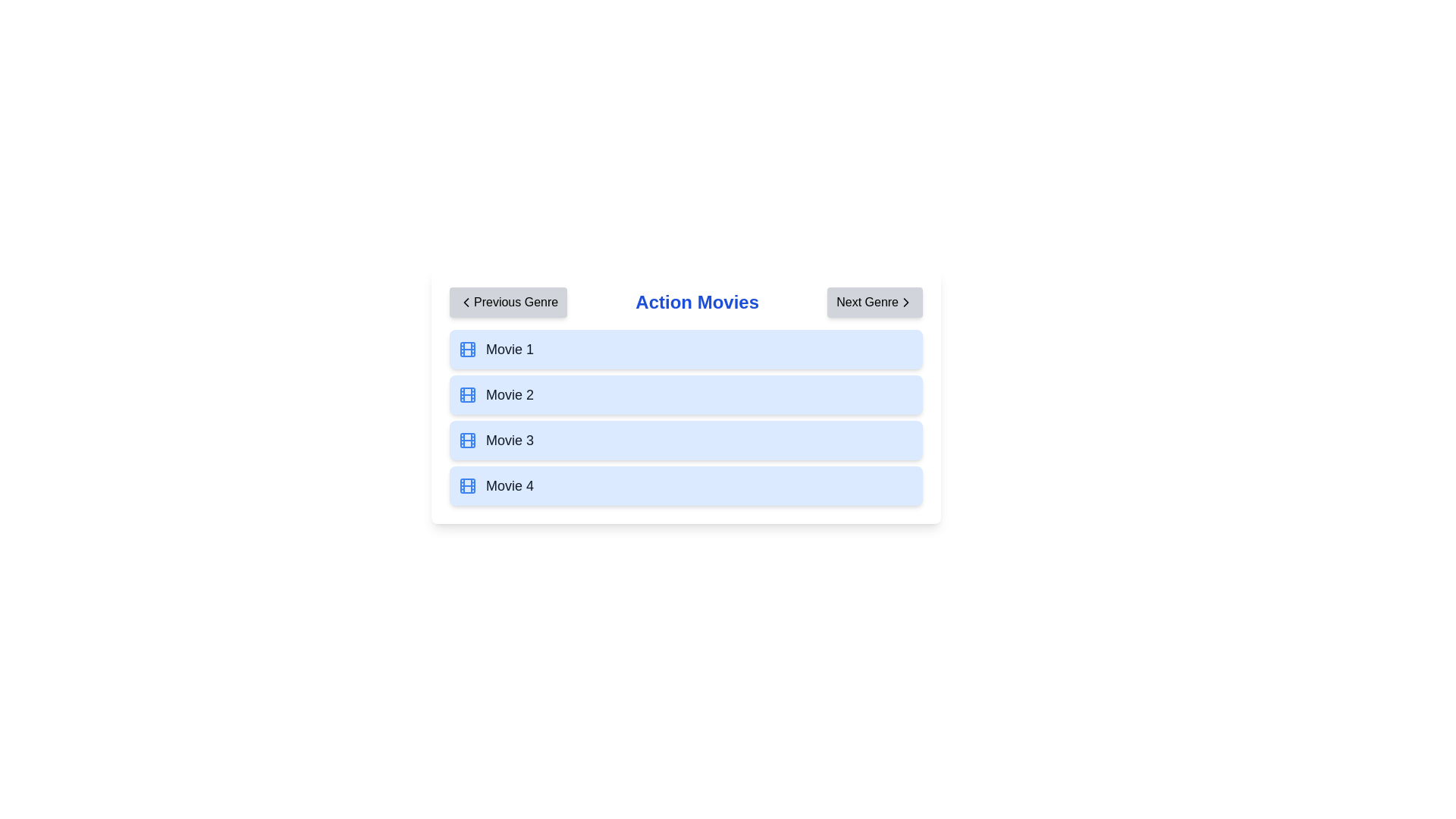 The image size is (1456, 819). What do you see at coordinates (467, 350) in the screenshot?
I see `the blue film reel icon located to the left of the 'Movie 1' label` at bounding box center [467, 350].